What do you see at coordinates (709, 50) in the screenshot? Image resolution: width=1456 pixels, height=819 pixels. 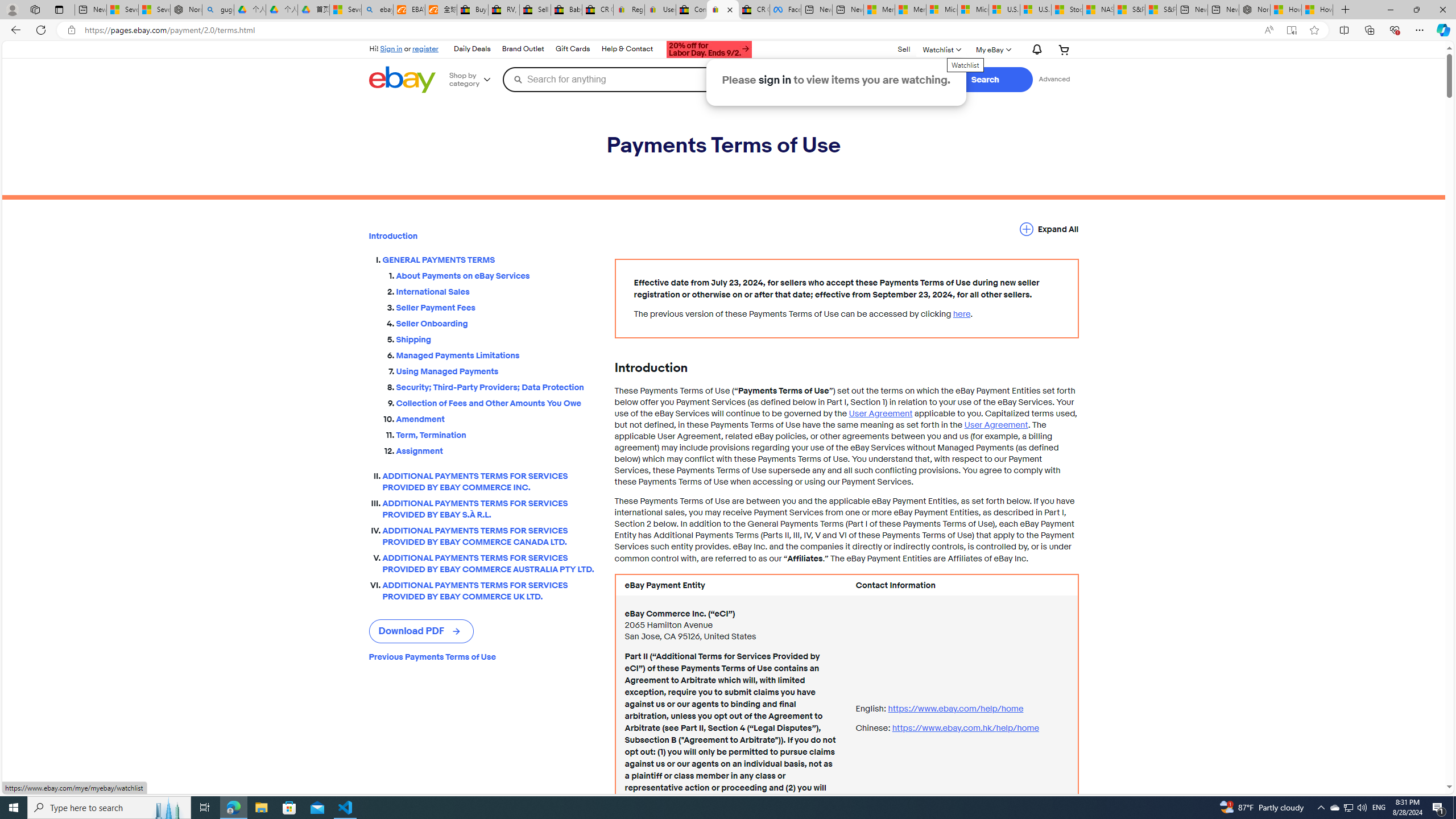 I see `'Get the coupon now'` at bounding box center [709, 50].